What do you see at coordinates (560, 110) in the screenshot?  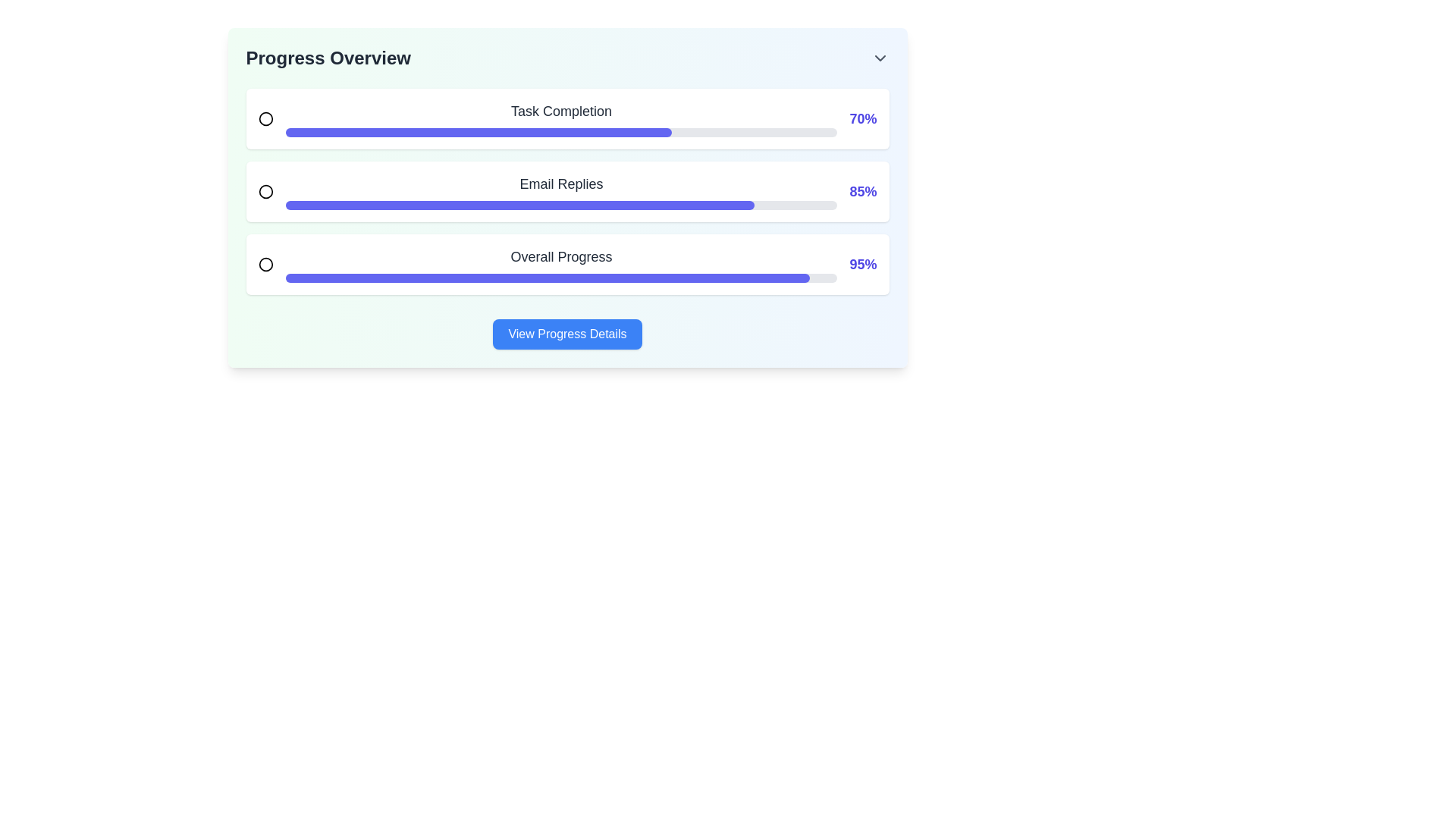 I see `the 'Task Completion' text label, which is styled in a larger bold font and colored dark gray, located near the top left of the layout in the progress overview section` at bounding box center [560, 110].